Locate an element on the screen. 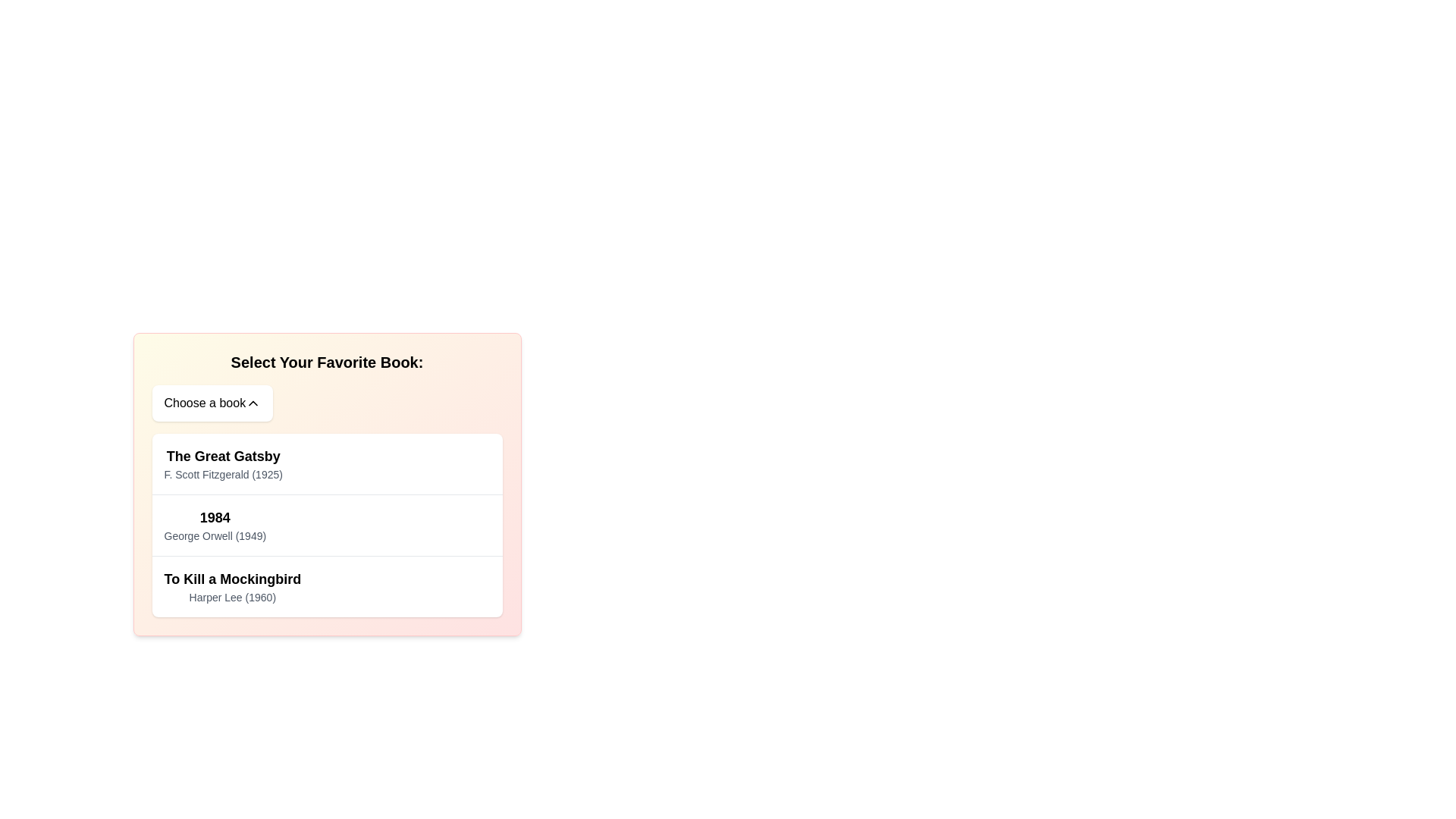 This screenshot has width=1456, height=819. the Text label that prompts users to choose from a list of books, located in the top portion of a dropdown structure is located at coordinates (204, 403).